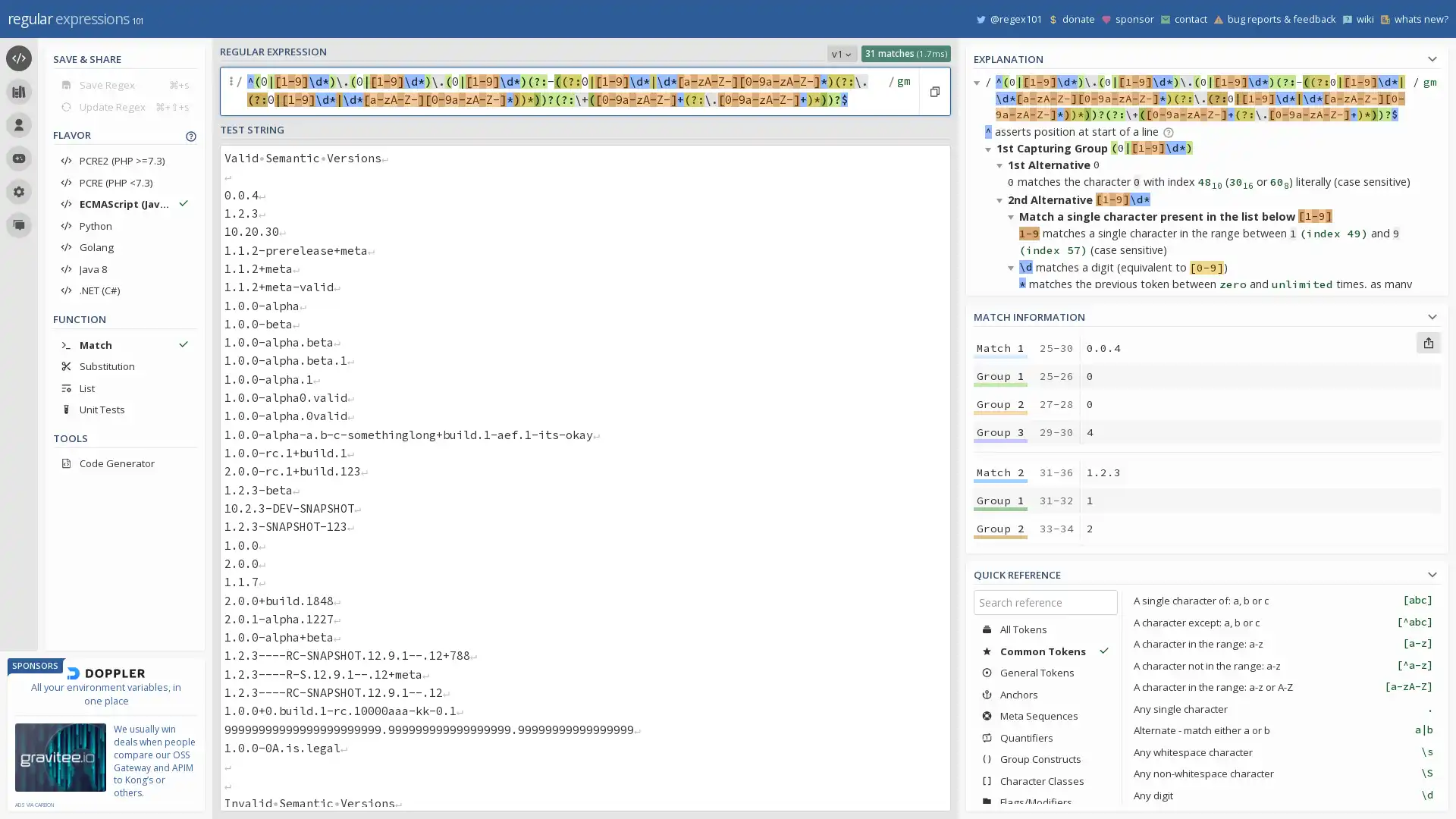 This screenshot has height=819, width=1456. Describe the element at coordinates (1282, 794) in the screenshot. I see `Any digit \d` at that location.